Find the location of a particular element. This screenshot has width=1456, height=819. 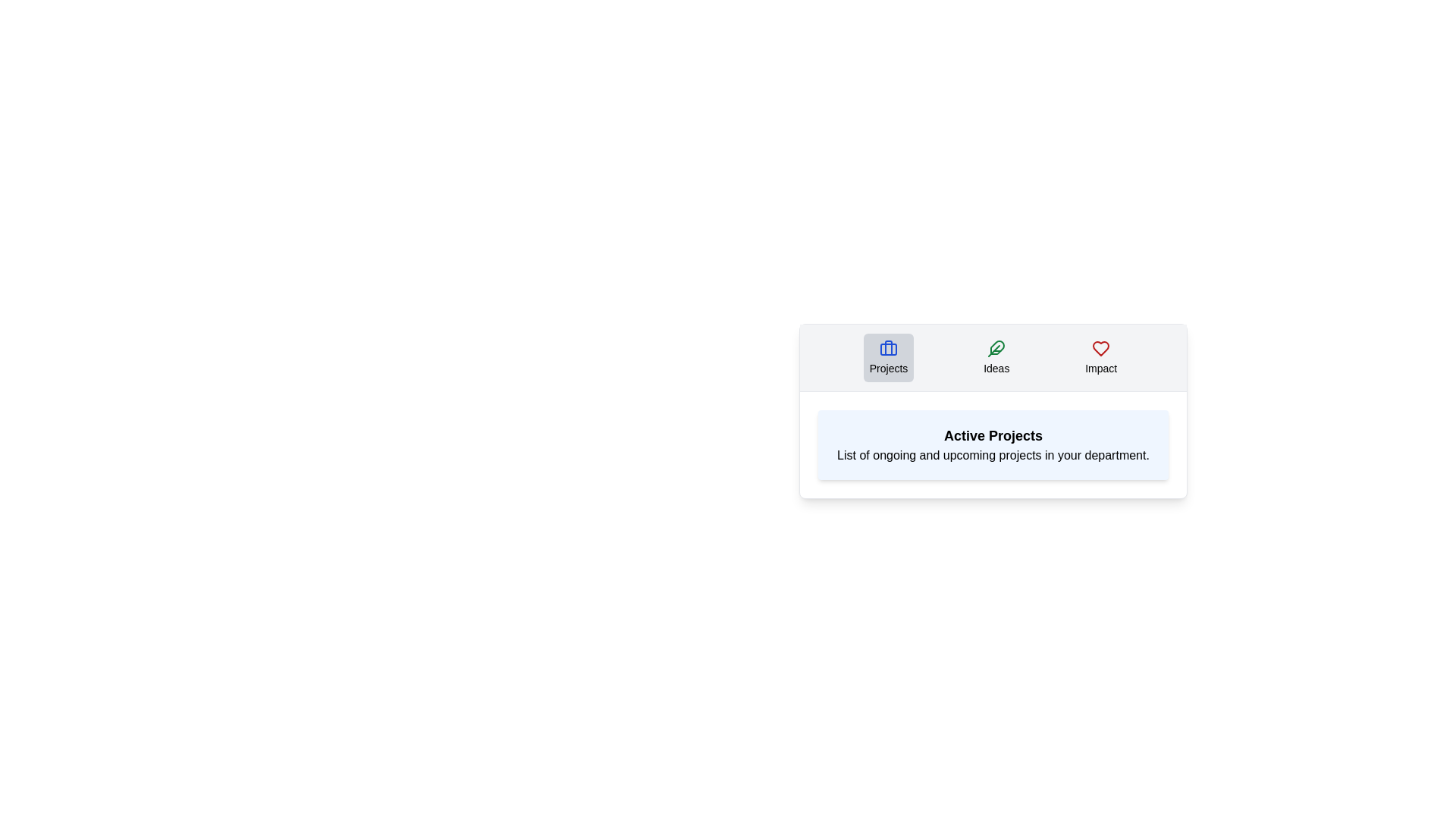

the Ideas tab by clicking on it is located at coordinates (996, 357).